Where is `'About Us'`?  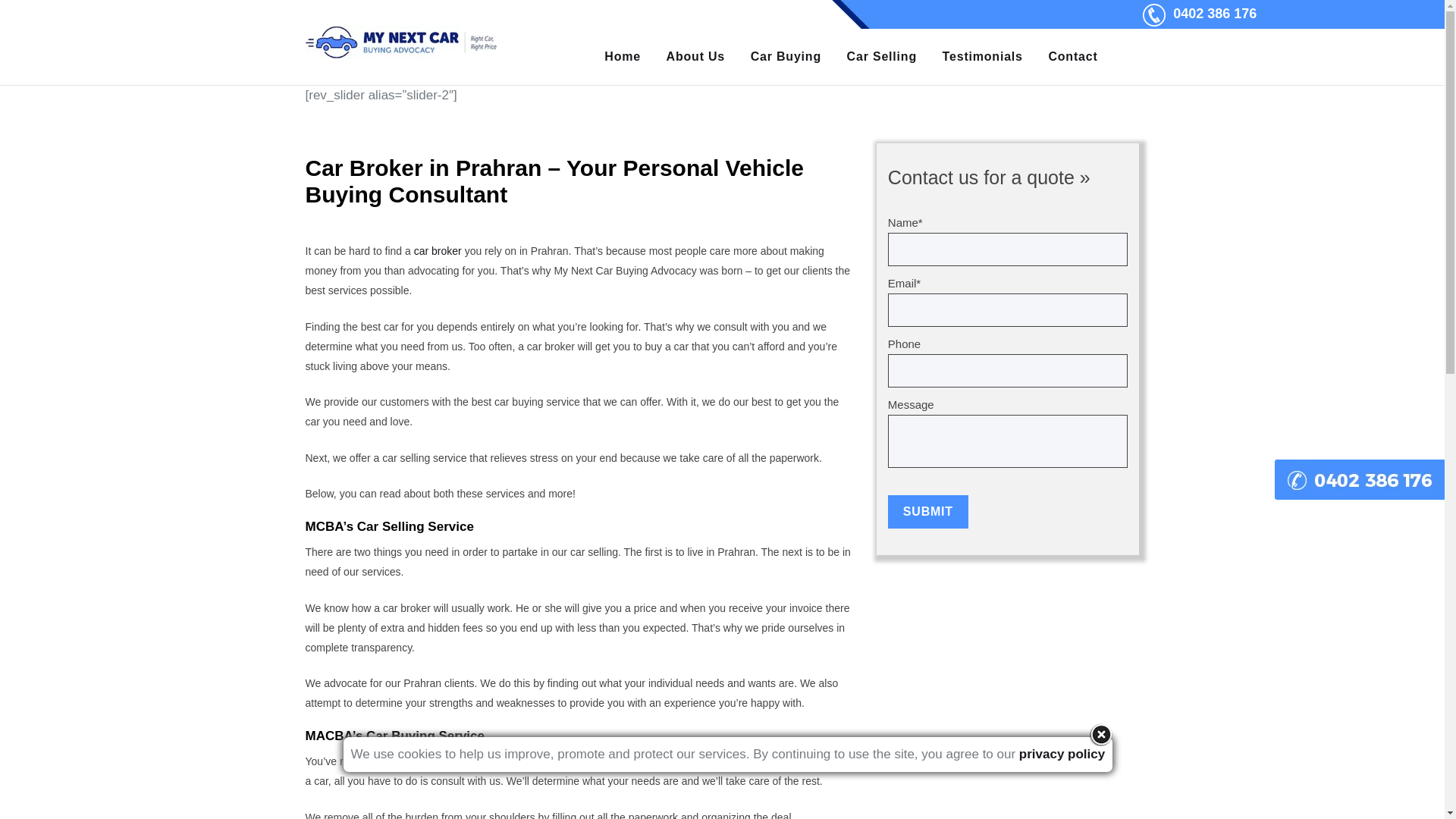 'About Us' is located at coordinates (695, 55).